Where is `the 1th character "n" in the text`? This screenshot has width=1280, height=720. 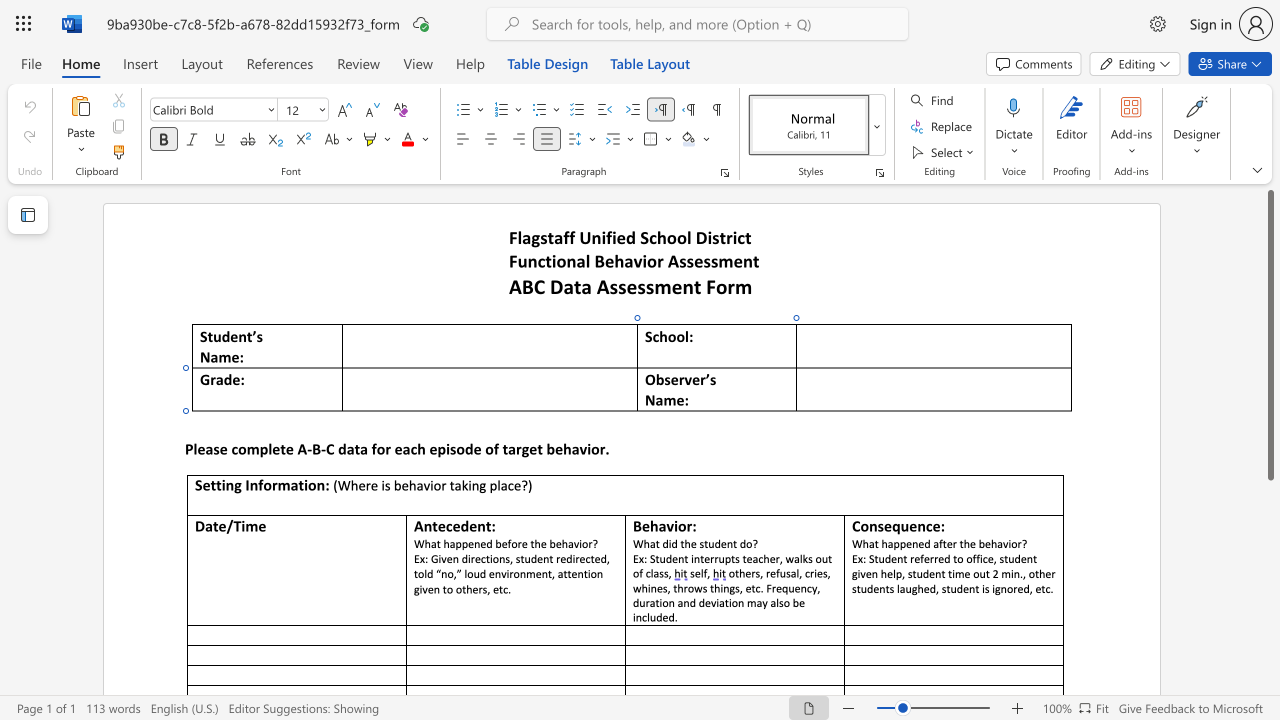
the 1th character "n" in the text is located at coordinates (474, 485).